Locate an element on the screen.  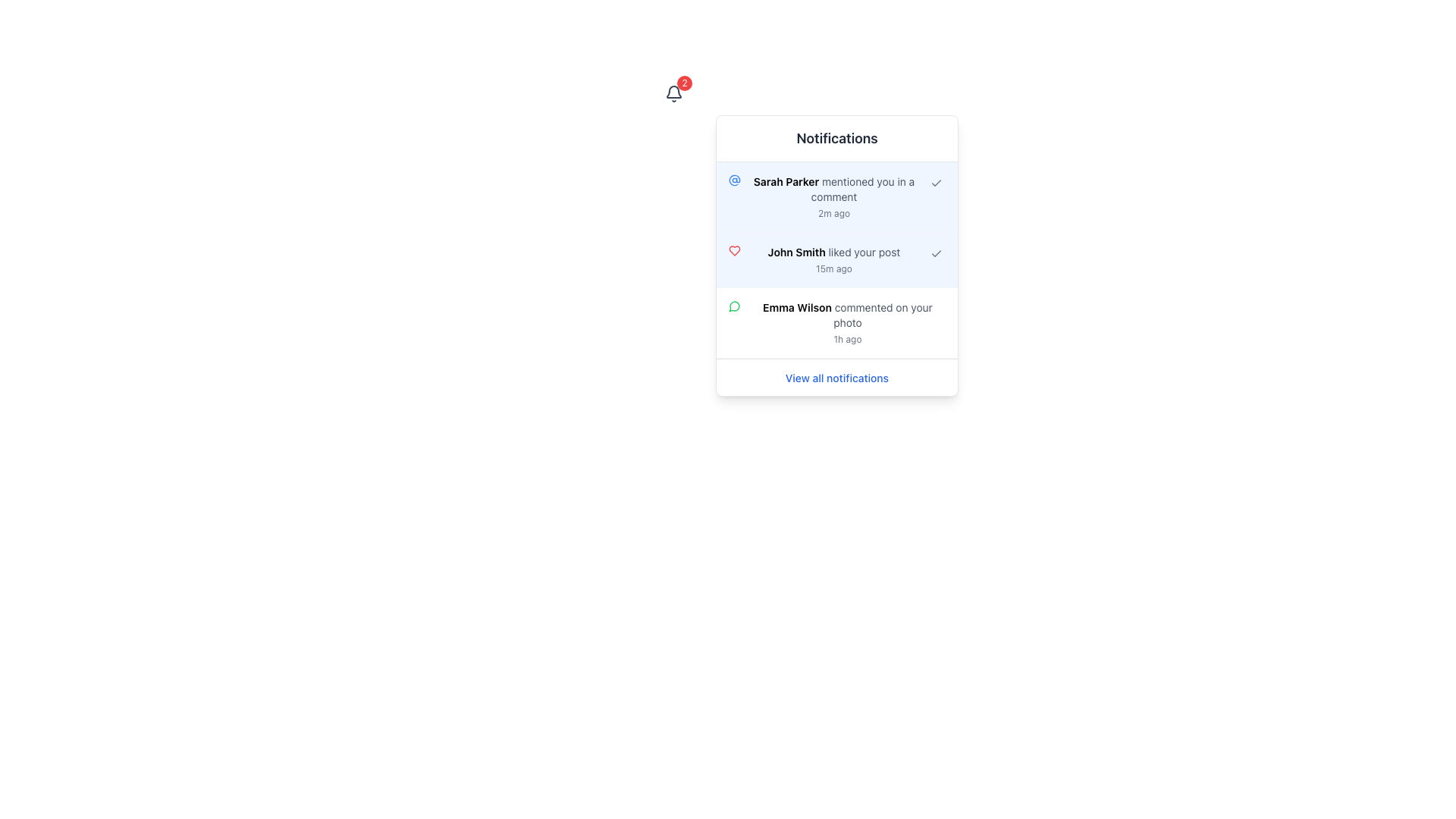
the notification area icon located centrally in the header section, just before the badge showing the number '2' is located at coordinates (673, 93).